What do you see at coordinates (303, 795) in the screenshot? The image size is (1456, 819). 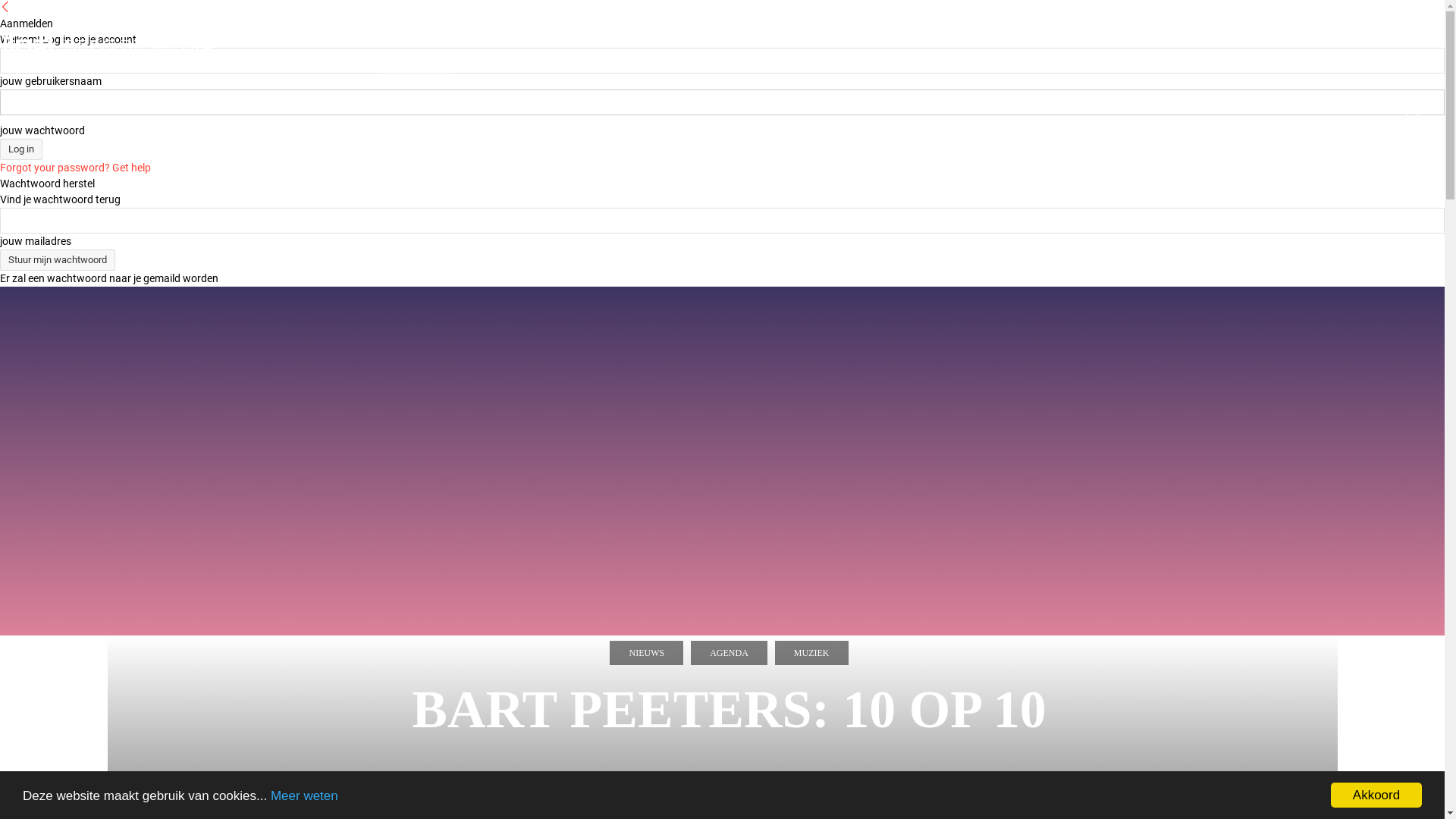 I see `'Meer weten'` at bounding box center [303, 795].